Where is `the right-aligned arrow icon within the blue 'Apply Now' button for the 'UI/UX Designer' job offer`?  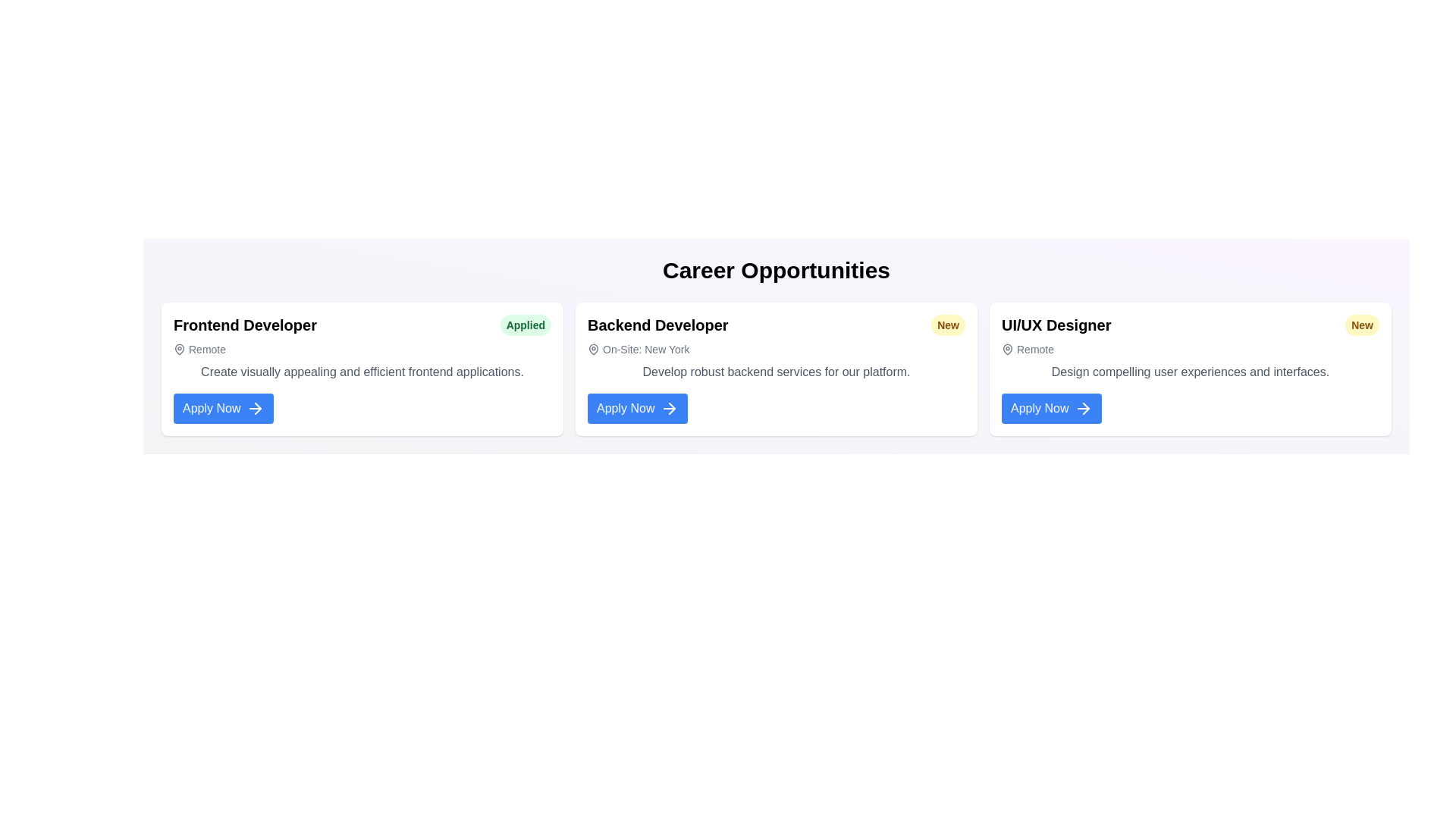 the right-aligned arrow icon within the blue 'Apply Now' button for the 'UI/UX Designer' job offer is located at coordinates (1085, 408).